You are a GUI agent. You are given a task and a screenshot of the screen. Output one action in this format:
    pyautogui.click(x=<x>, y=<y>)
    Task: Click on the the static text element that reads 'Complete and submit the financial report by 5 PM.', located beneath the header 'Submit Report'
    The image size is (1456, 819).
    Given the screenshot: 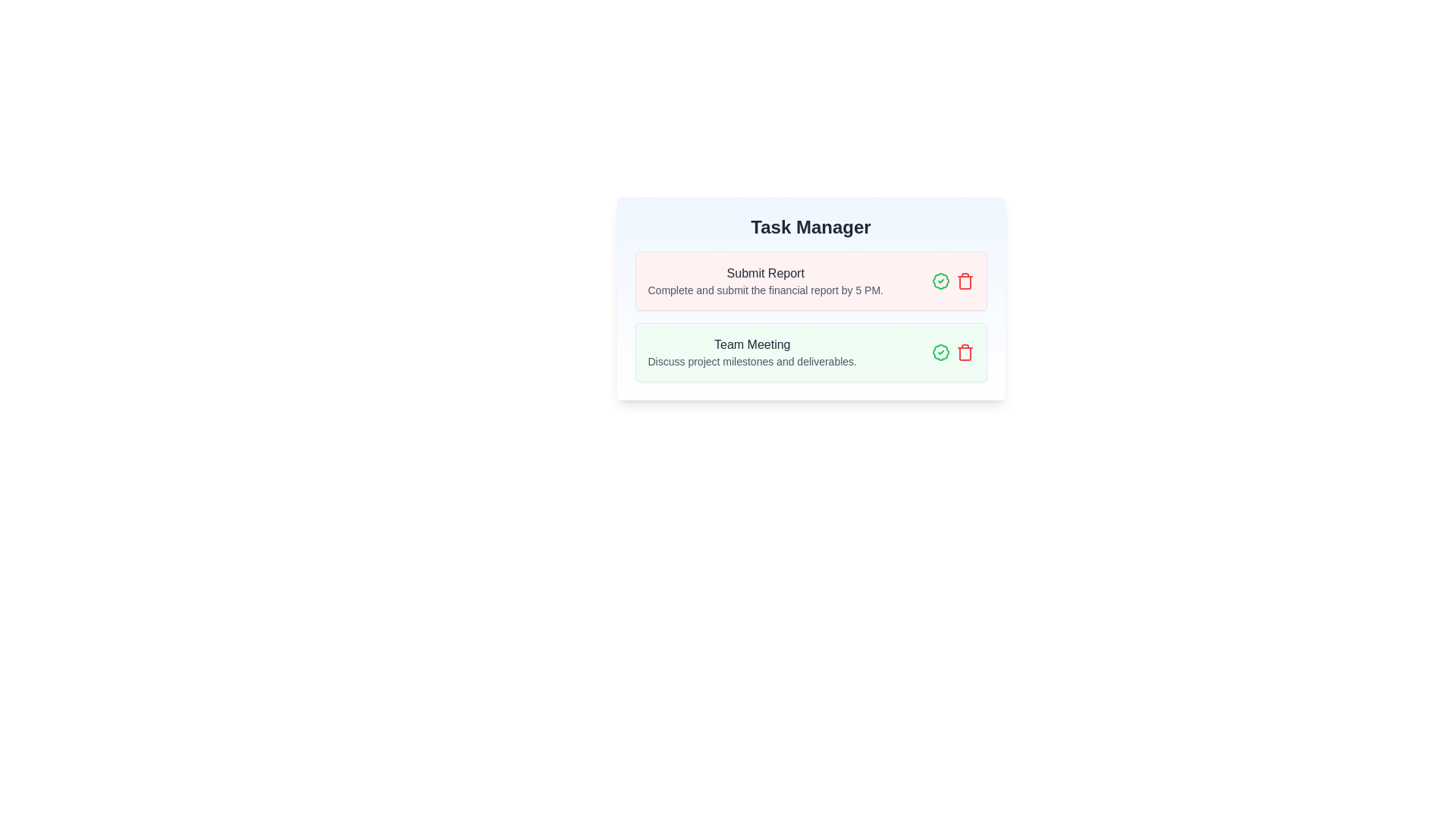 What is the action you would take?
    pyautogui.click(x=765, y=290)
    